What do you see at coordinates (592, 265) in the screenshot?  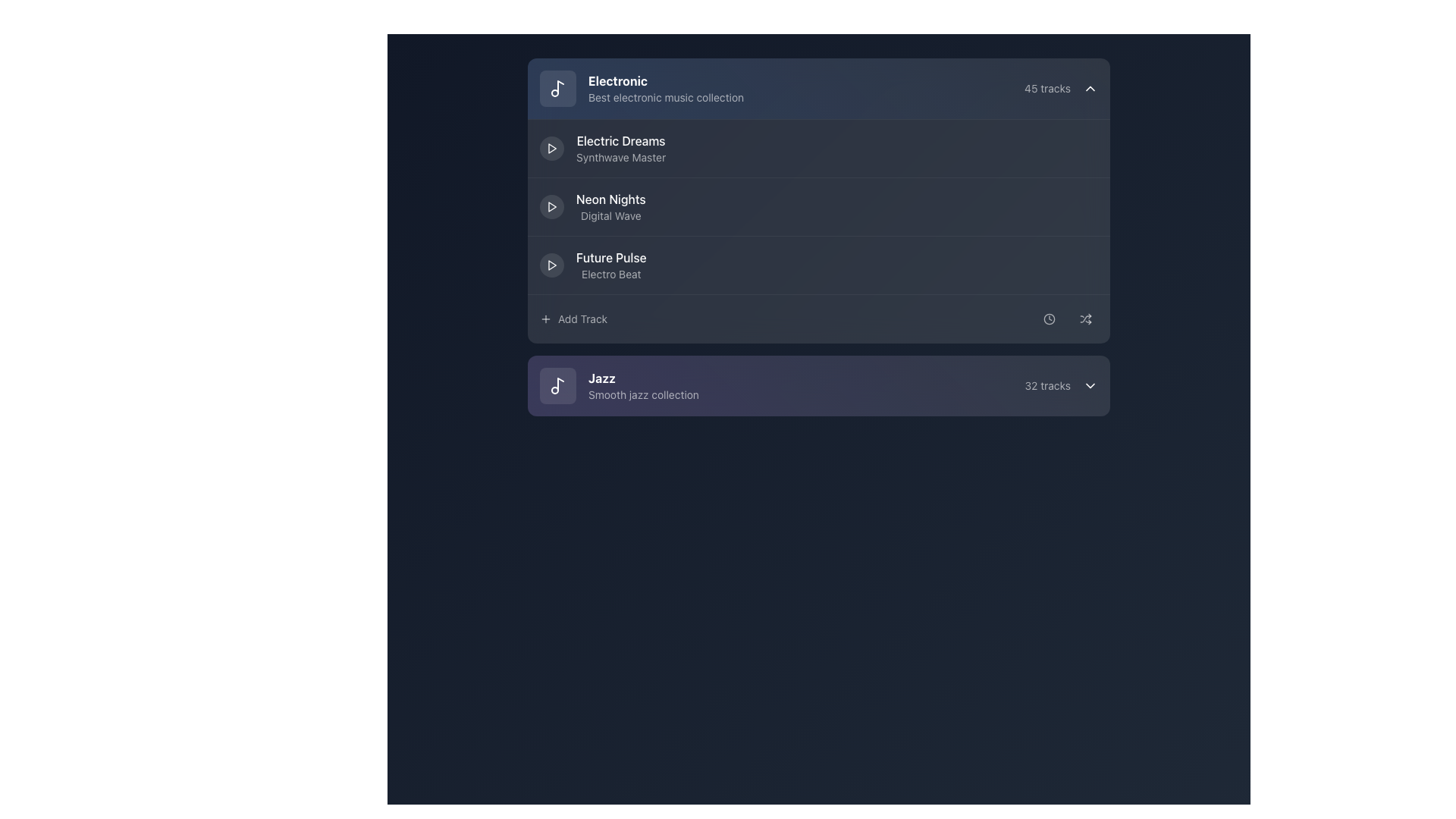 I see `the list item displaying 'Future Pulse' and 'Electro Beat', which is the third music track in the list, located between 'Neon Nights' and the 'Jazz' group` at bounding box center [592, 265].